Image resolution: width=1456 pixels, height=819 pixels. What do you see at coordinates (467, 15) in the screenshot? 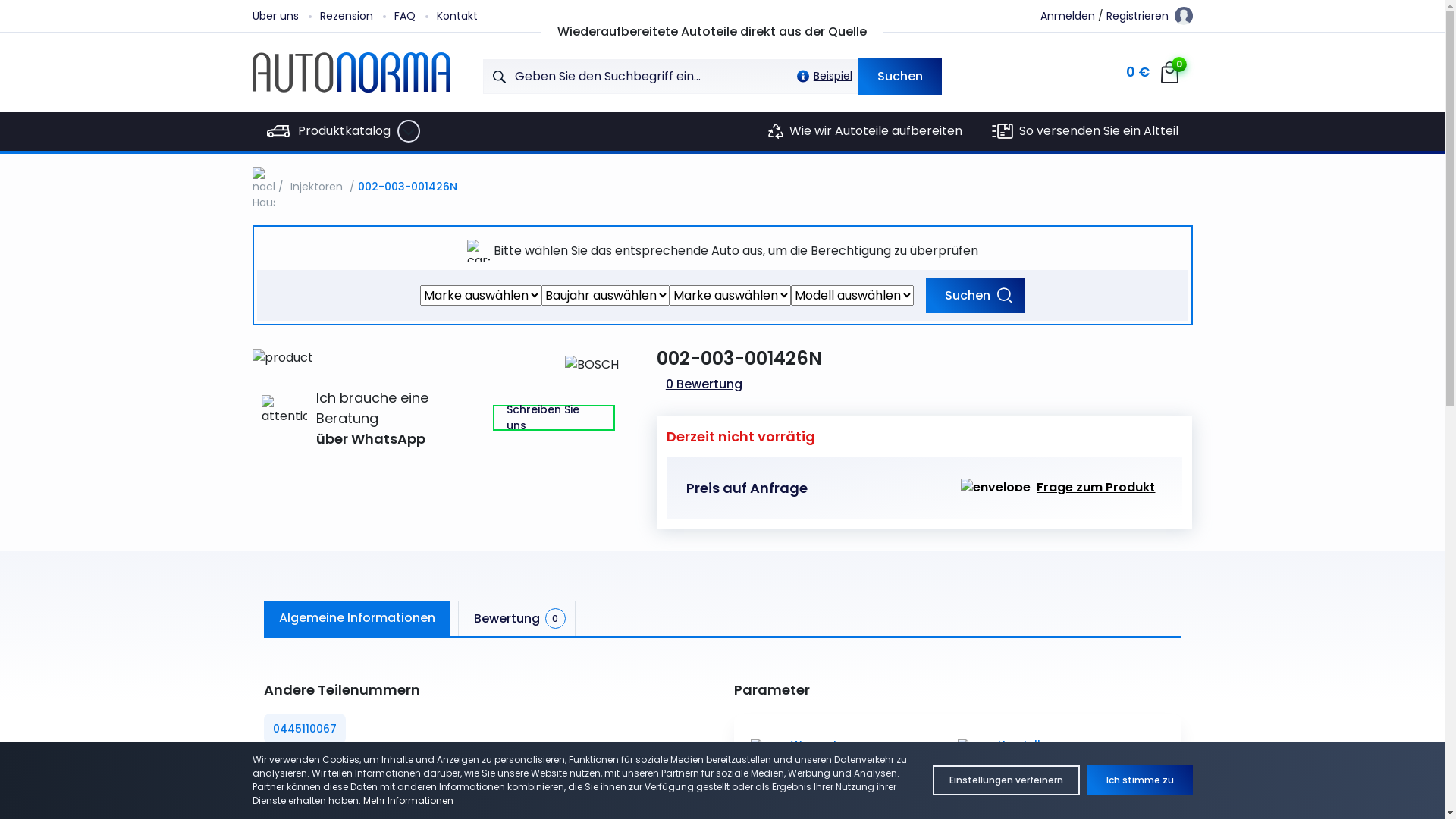
I see `'Kontakt'` at bounding box center [467, 15].